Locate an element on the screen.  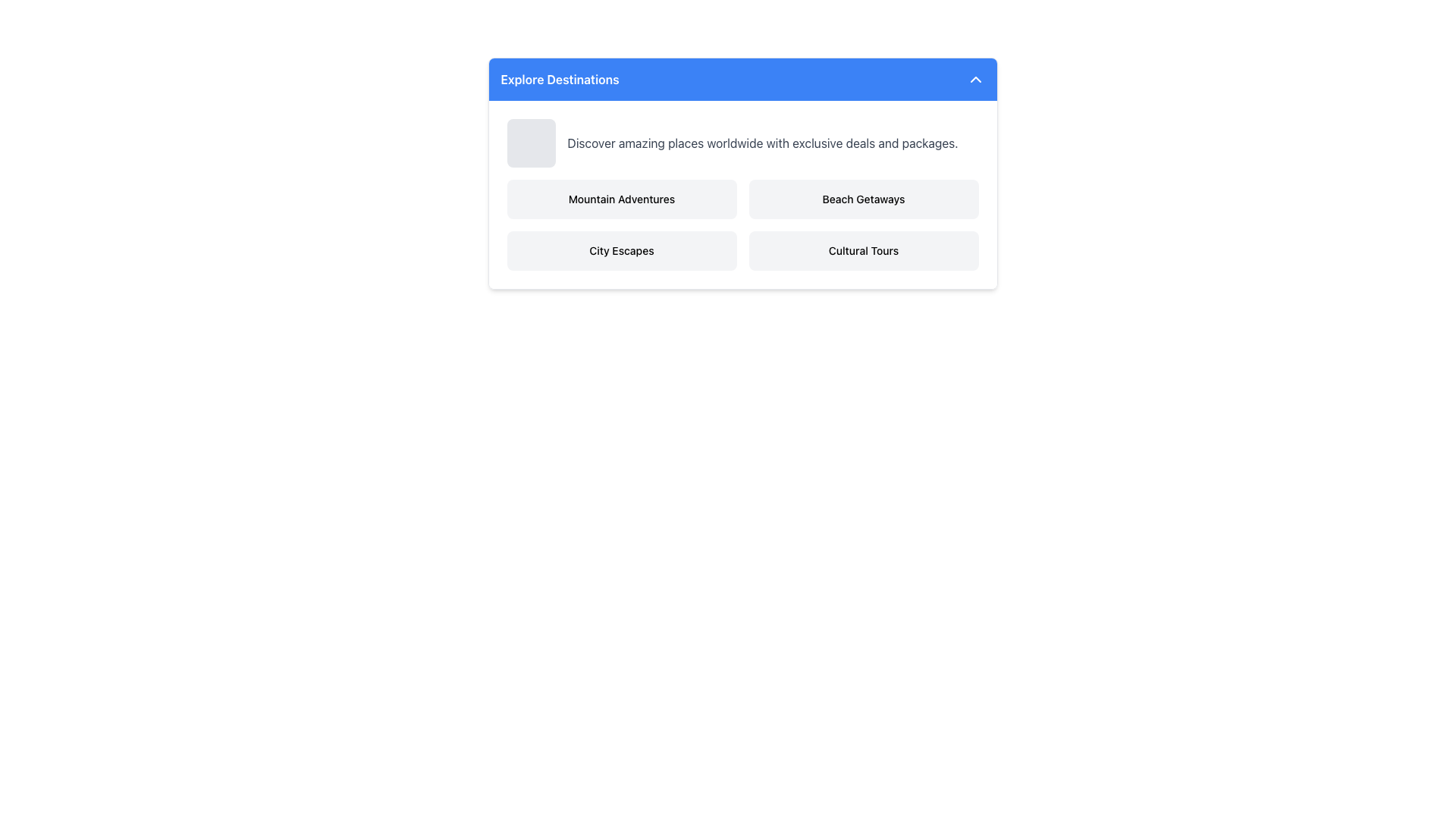
the 'City Escapes' button located in the second row, left column of the grid under 'Mountain Adventures' and to the left of 'Cultural Tours' in the 'Explore Destinations' section is located at coordinates (622, 250).